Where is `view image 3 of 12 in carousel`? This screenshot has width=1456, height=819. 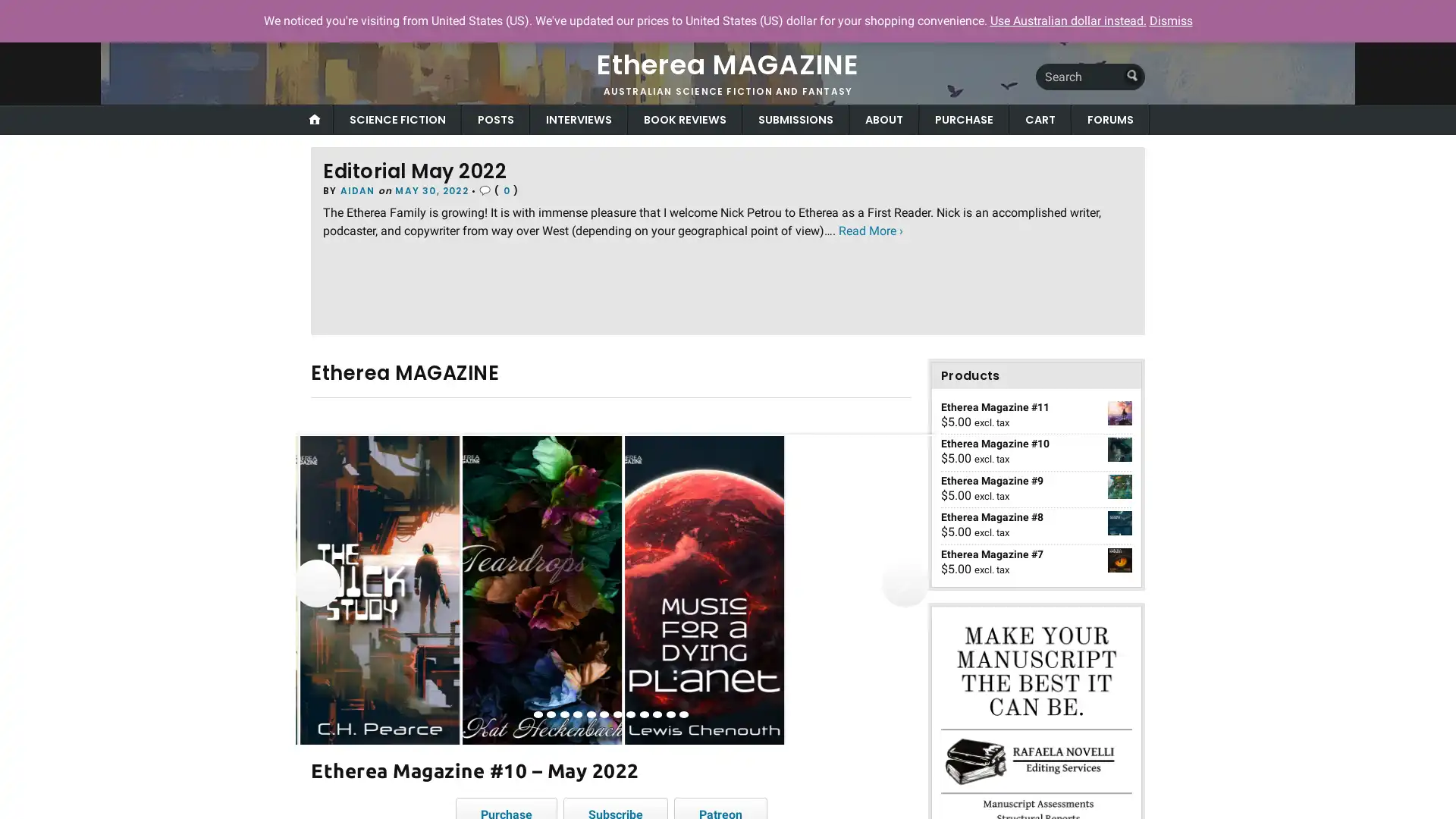
view image 3 of 12 in carousel is located at coordinates (563, 714).